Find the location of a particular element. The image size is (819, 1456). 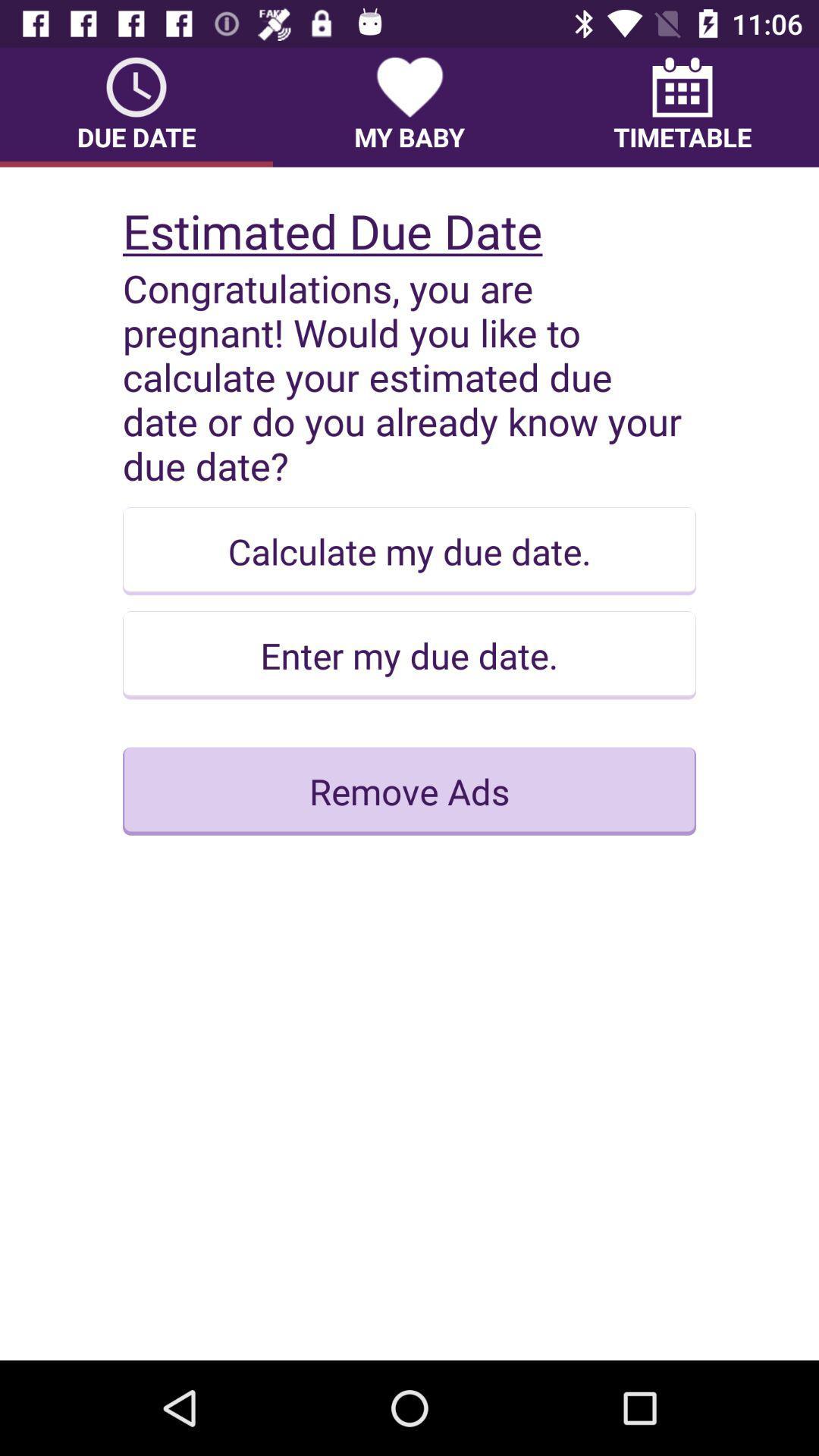

item next to due date icon is located at coordinates (409, 106).